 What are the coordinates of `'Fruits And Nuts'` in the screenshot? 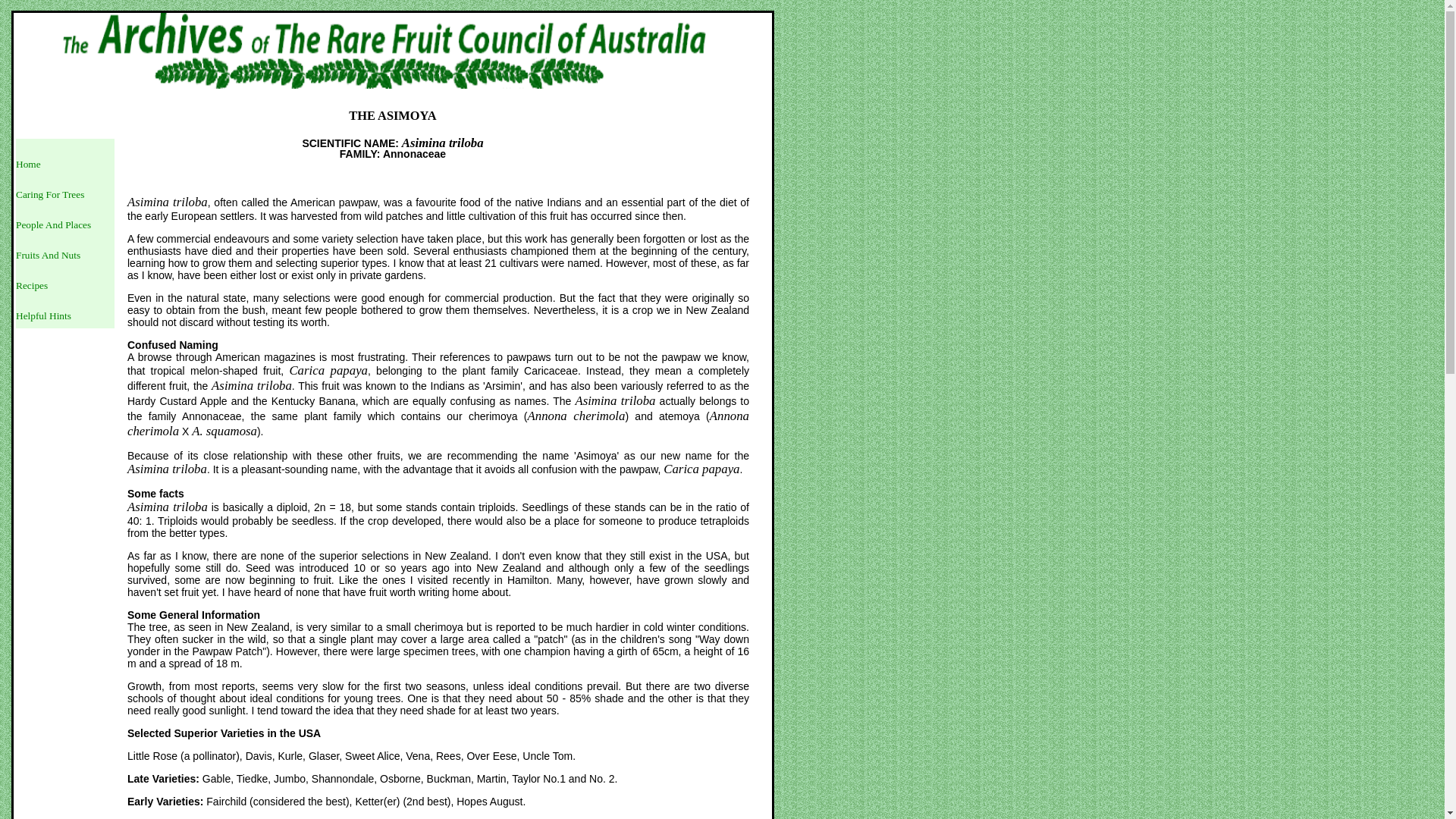 It's located at (48, 254).